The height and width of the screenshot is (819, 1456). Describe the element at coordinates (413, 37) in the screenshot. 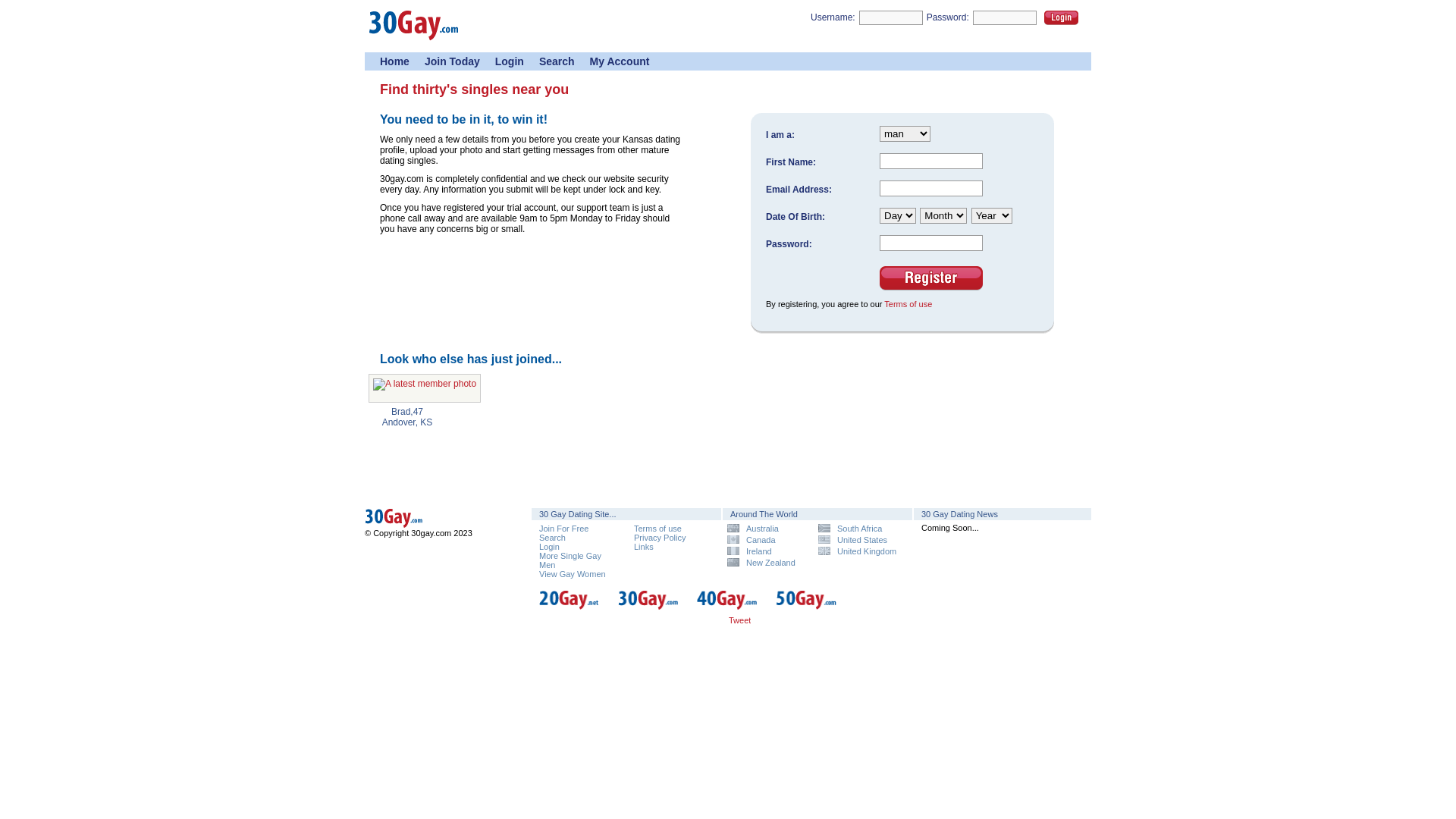

I see `'30 Gay Dating'` at that location.